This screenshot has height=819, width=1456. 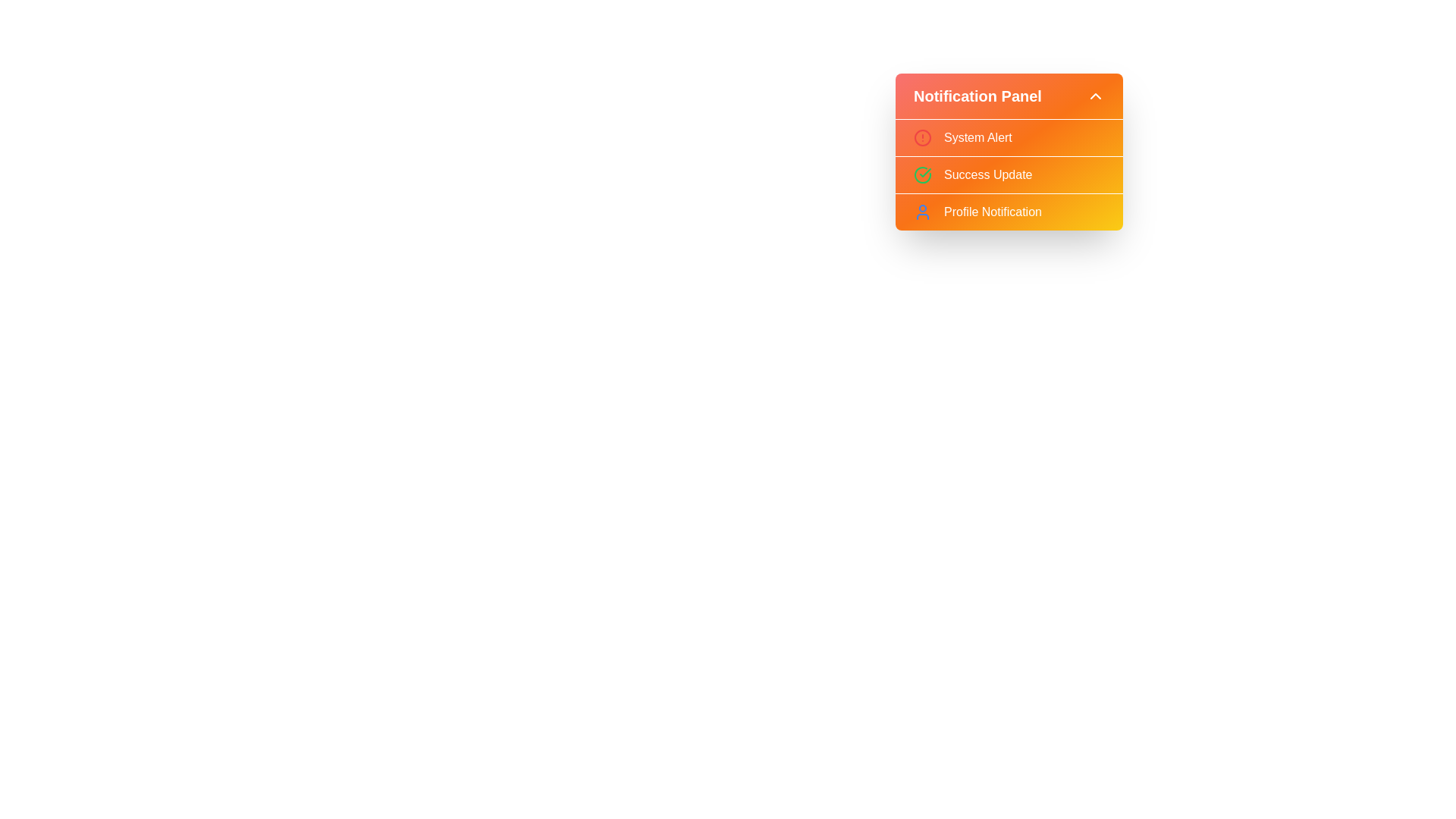 What do you see at coordinates (1009, 137) in the screenshot?
I see `the notification item System Alert from the list` at bounding box center [1009, 137].